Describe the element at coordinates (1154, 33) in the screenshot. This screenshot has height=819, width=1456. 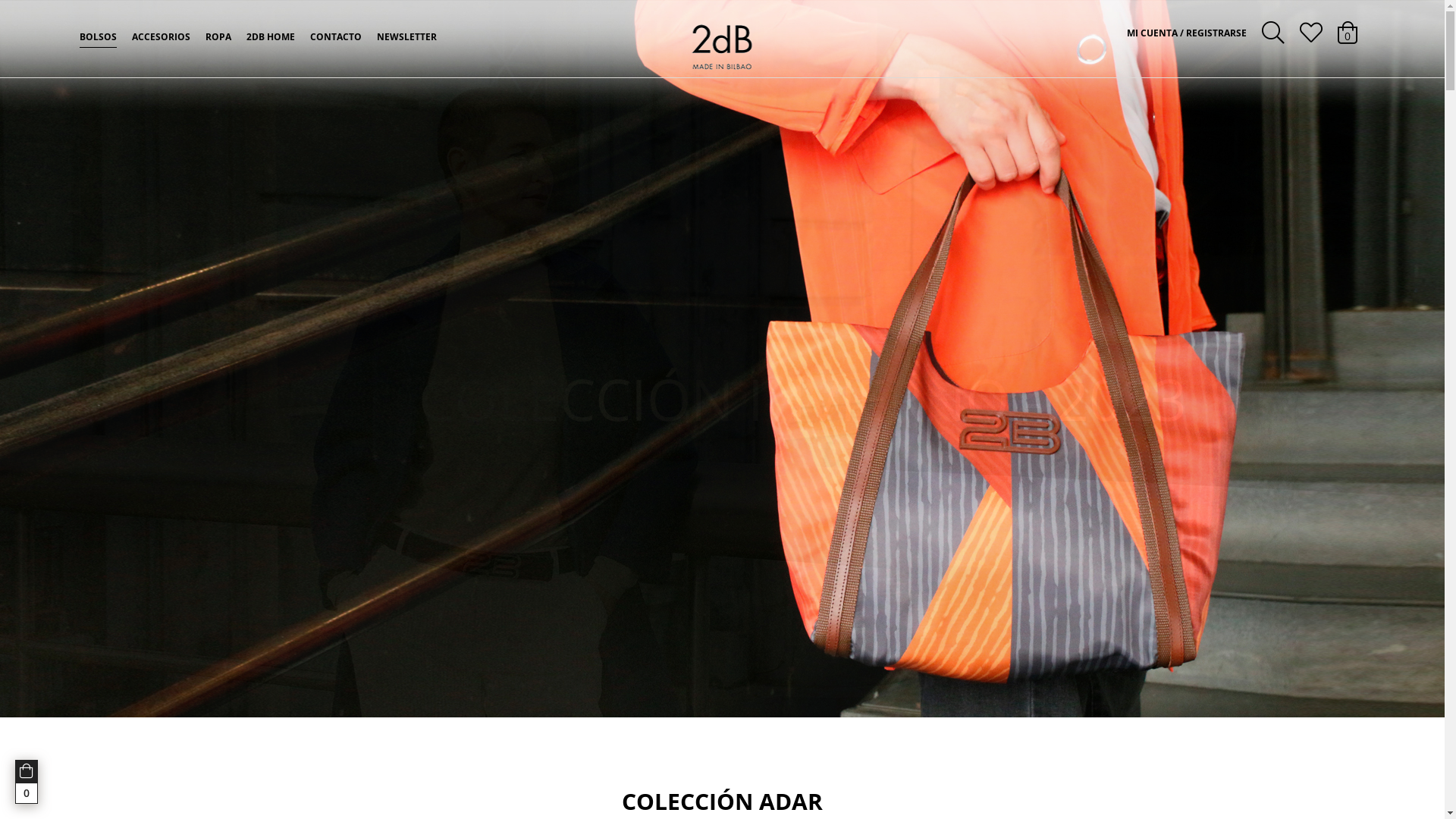
I see `'MI CUENTA'` at that location.